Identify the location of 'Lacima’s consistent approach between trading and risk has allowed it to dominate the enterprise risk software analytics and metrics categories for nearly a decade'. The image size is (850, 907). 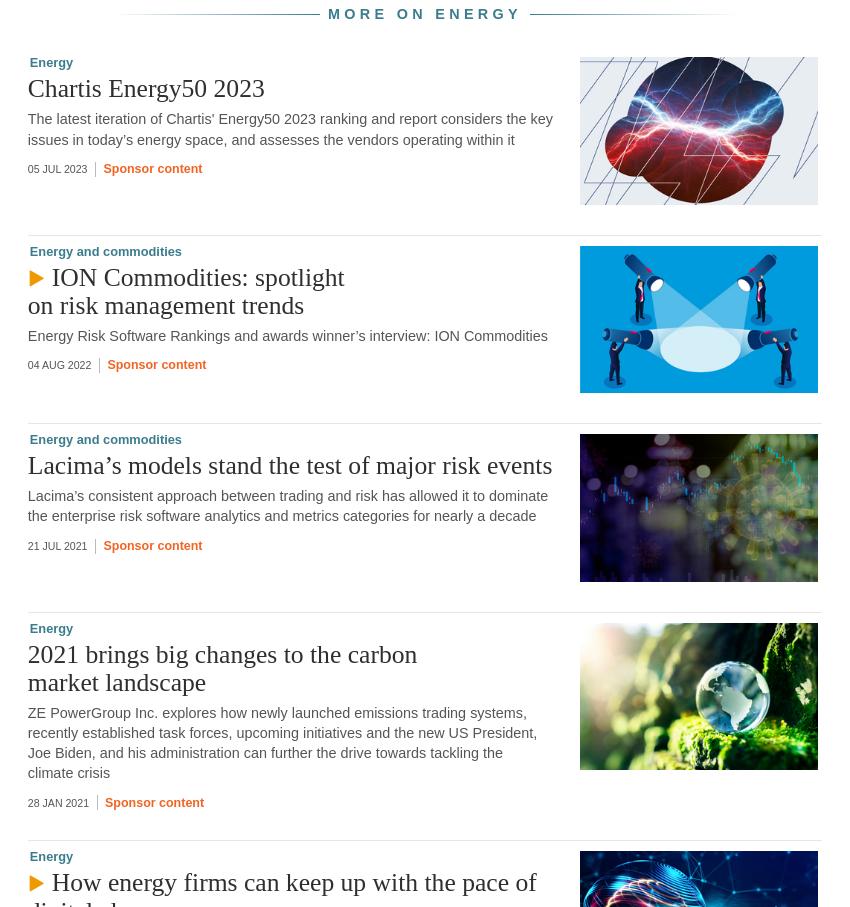
(286, 505).